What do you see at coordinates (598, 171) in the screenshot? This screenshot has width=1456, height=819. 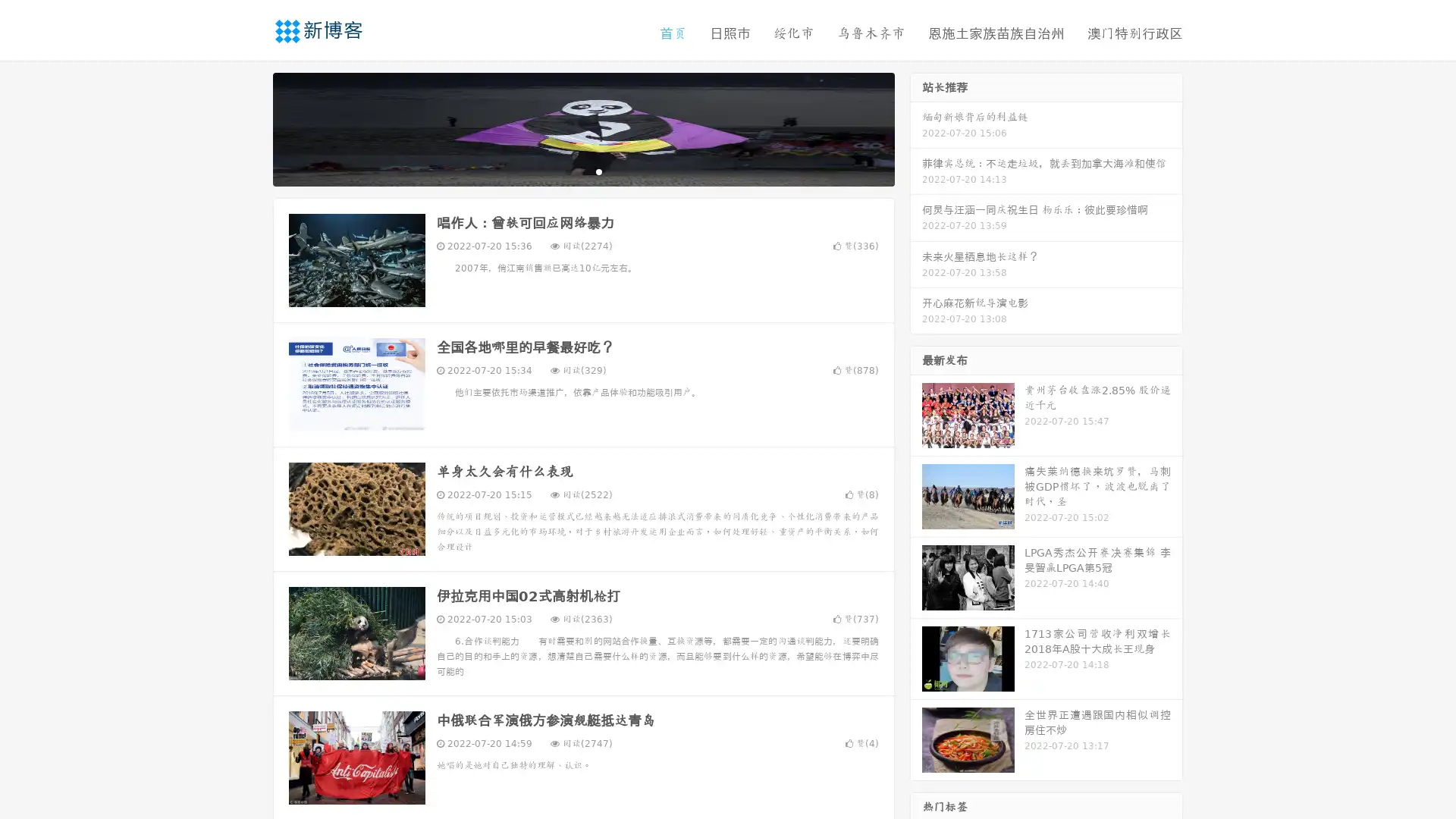 I see `Go to slide 3` at bounding box center [598, 171].